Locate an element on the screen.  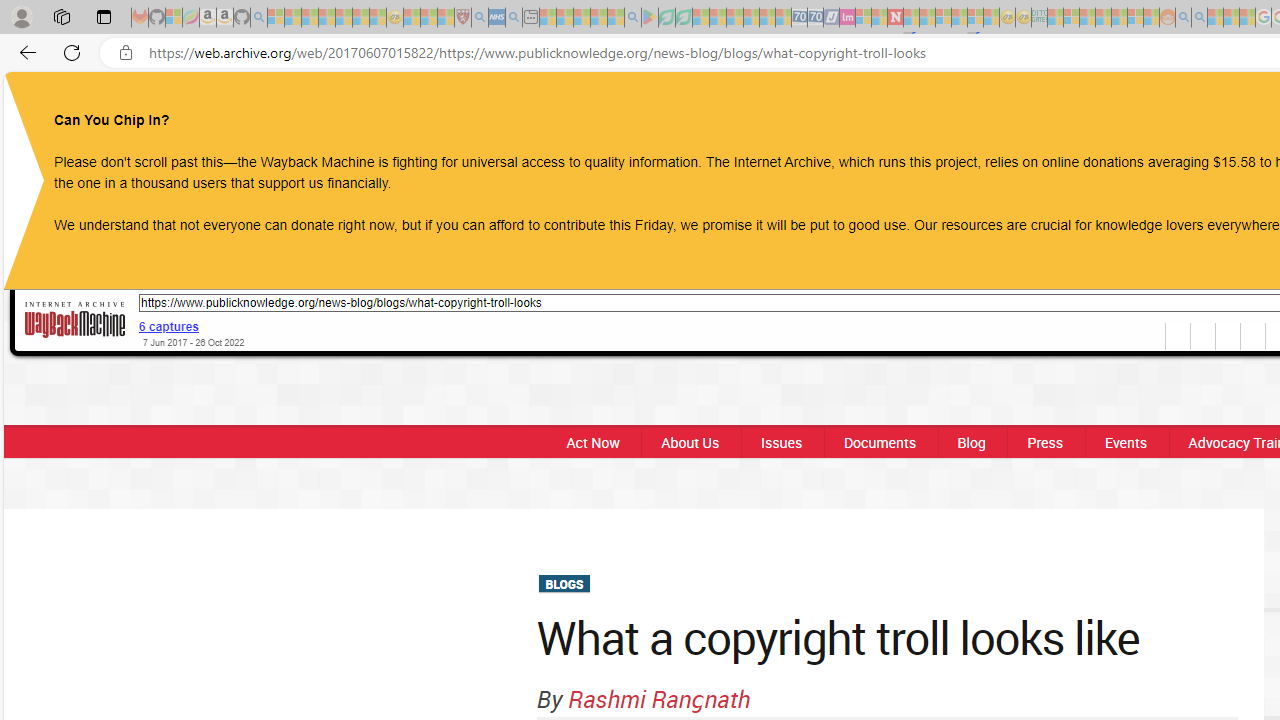
'Latest Politics News & Archive | Newsweek.com - Sleeping' is located at coordinates (894, 17).